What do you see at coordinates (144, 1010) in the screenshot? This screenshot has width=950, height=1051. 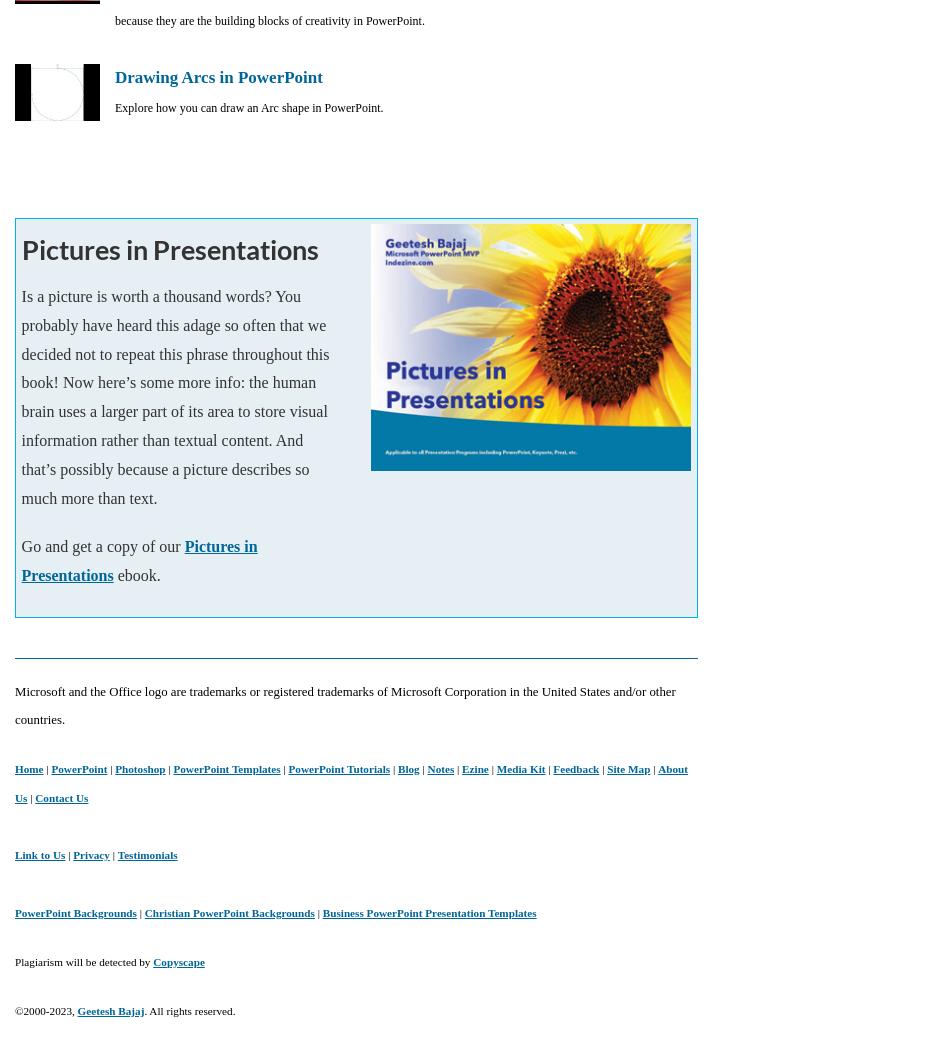 I see `'. All rights reserved.'` at bounding box center [144, 1010].